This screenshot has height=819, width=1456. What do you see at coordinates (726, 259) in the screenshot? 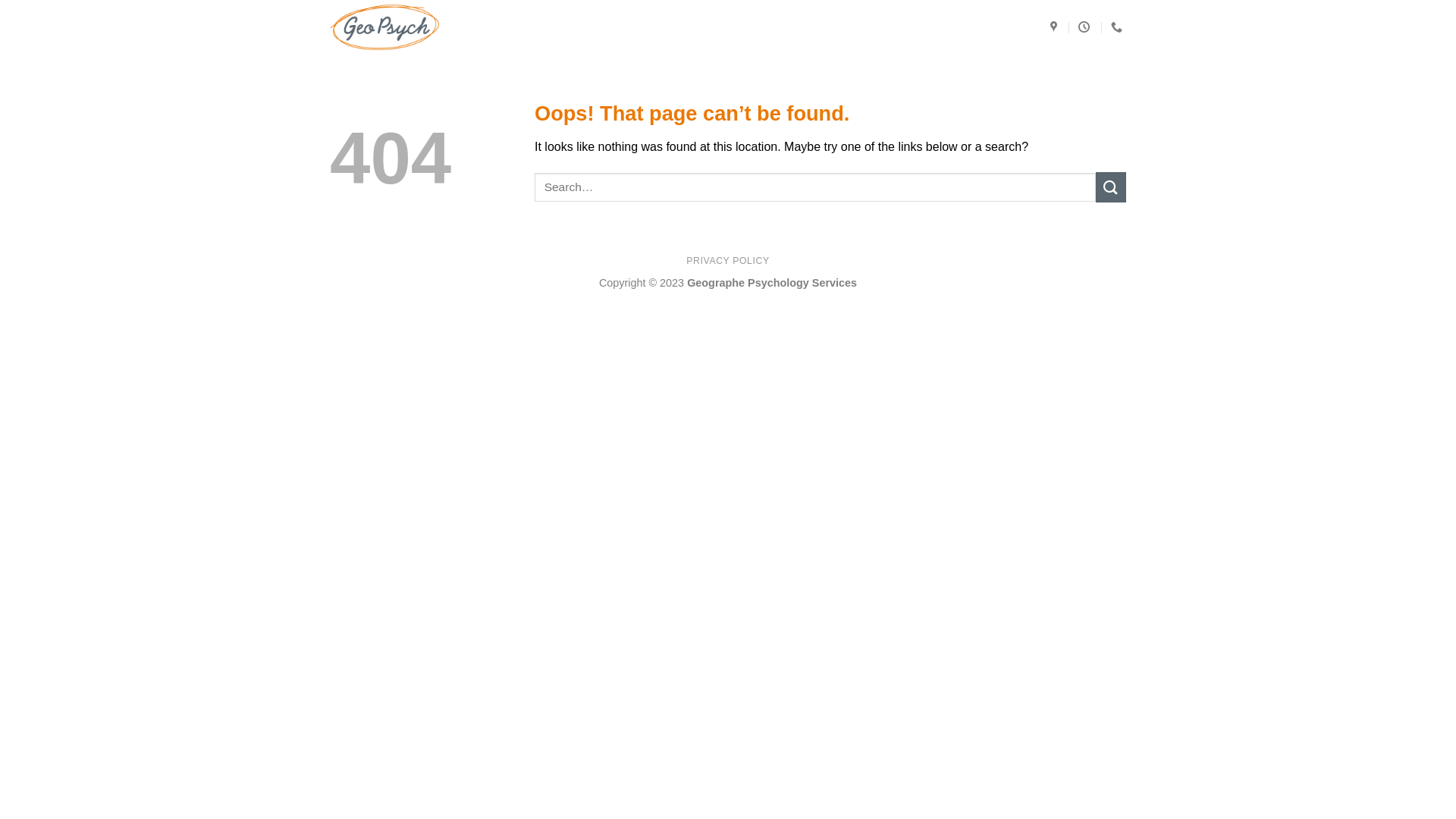
I see `'PRIVACY POLICY'` at bounding box center [726, 259].